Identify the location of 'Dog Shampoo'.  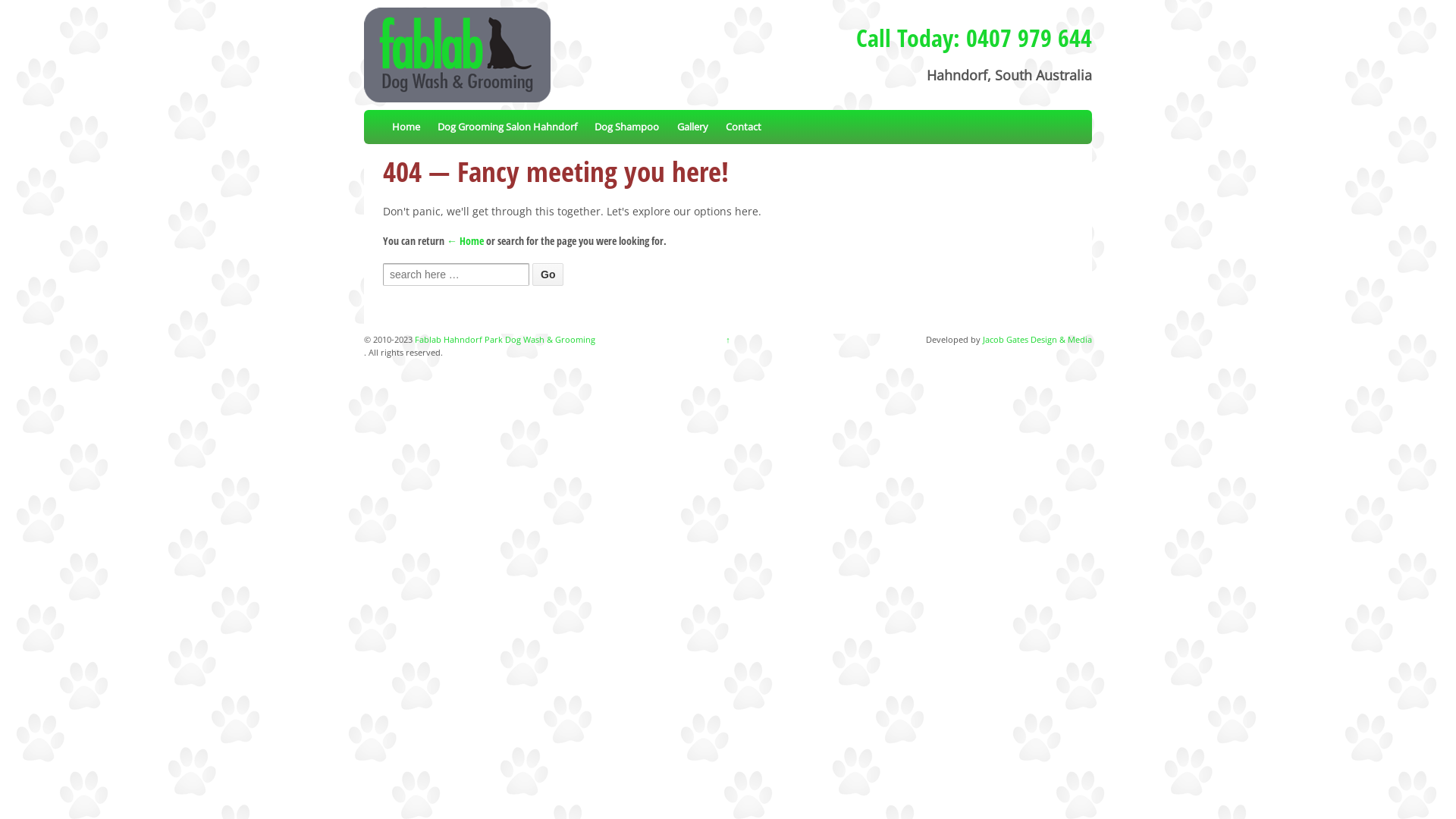
(585, 126).